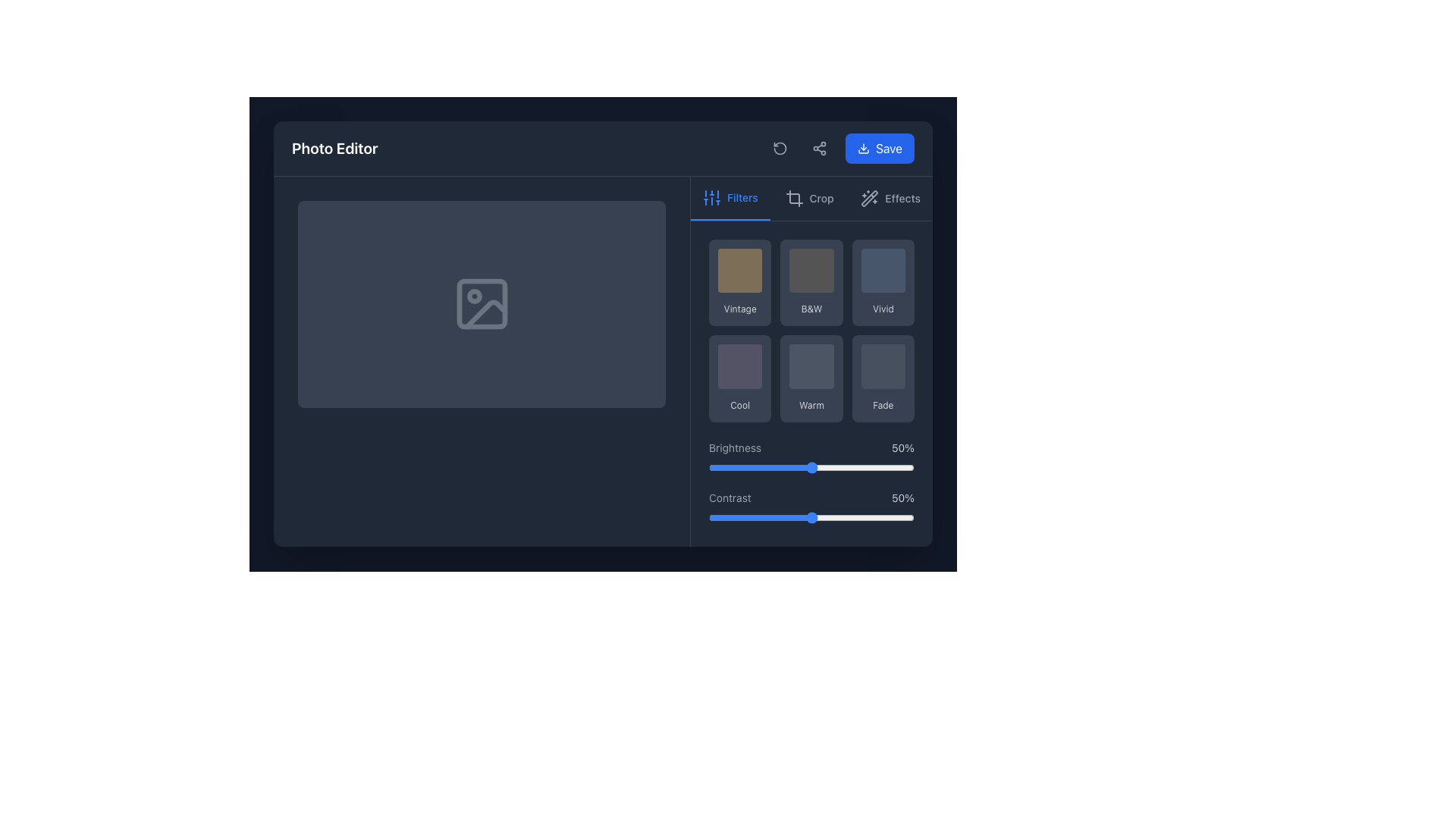 The height and width of the screenshot is (819, 1456). I want to click on the 'Share' button icon, which is part of a group of action buttons in the toolbar section, located slightly to the left center of the top-right corner, and visually distinct due to its network symbol design, so click(818, 149).